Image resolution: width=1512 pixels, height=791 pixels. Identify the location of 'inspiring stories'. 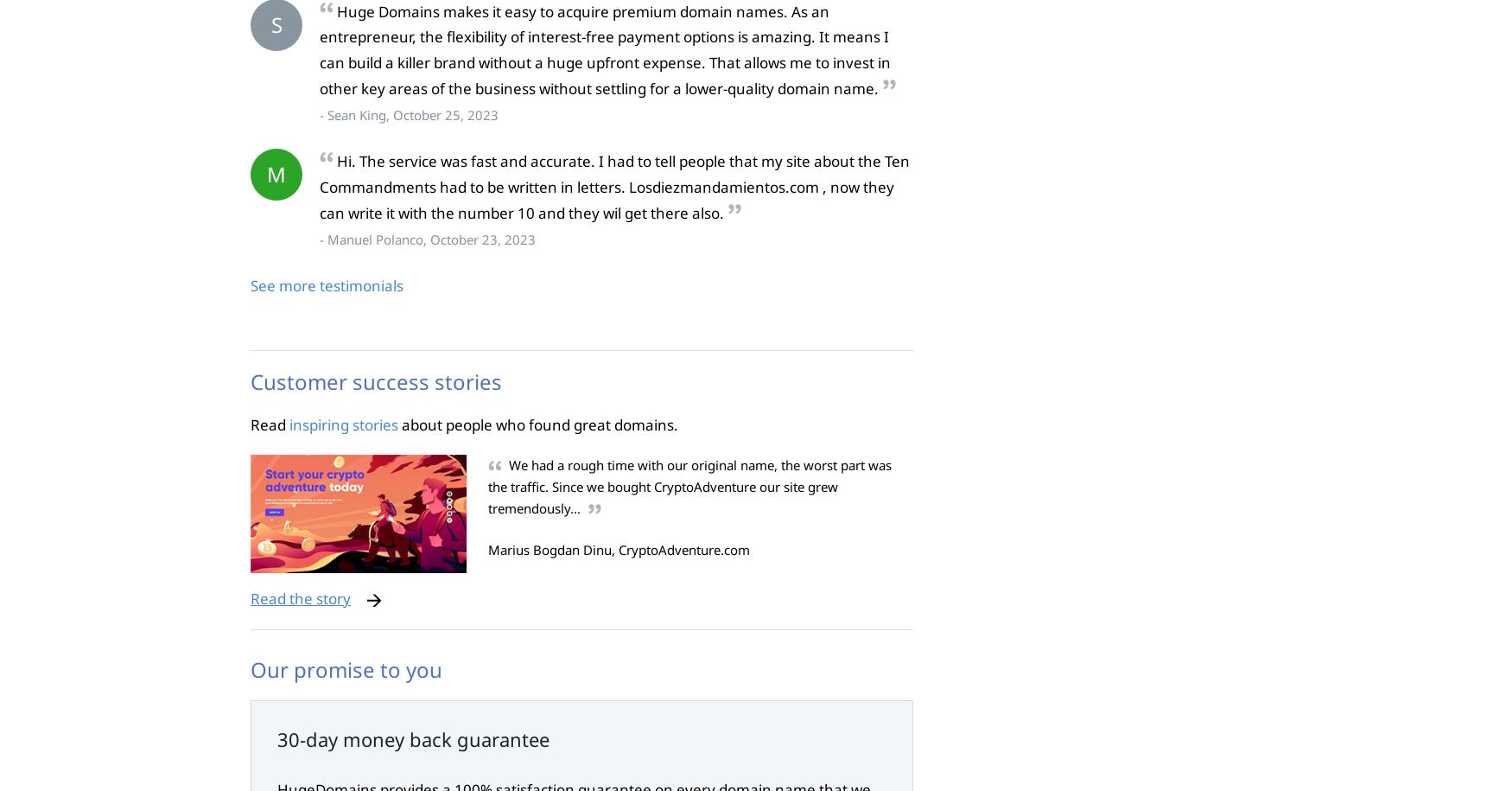
(289, 423).